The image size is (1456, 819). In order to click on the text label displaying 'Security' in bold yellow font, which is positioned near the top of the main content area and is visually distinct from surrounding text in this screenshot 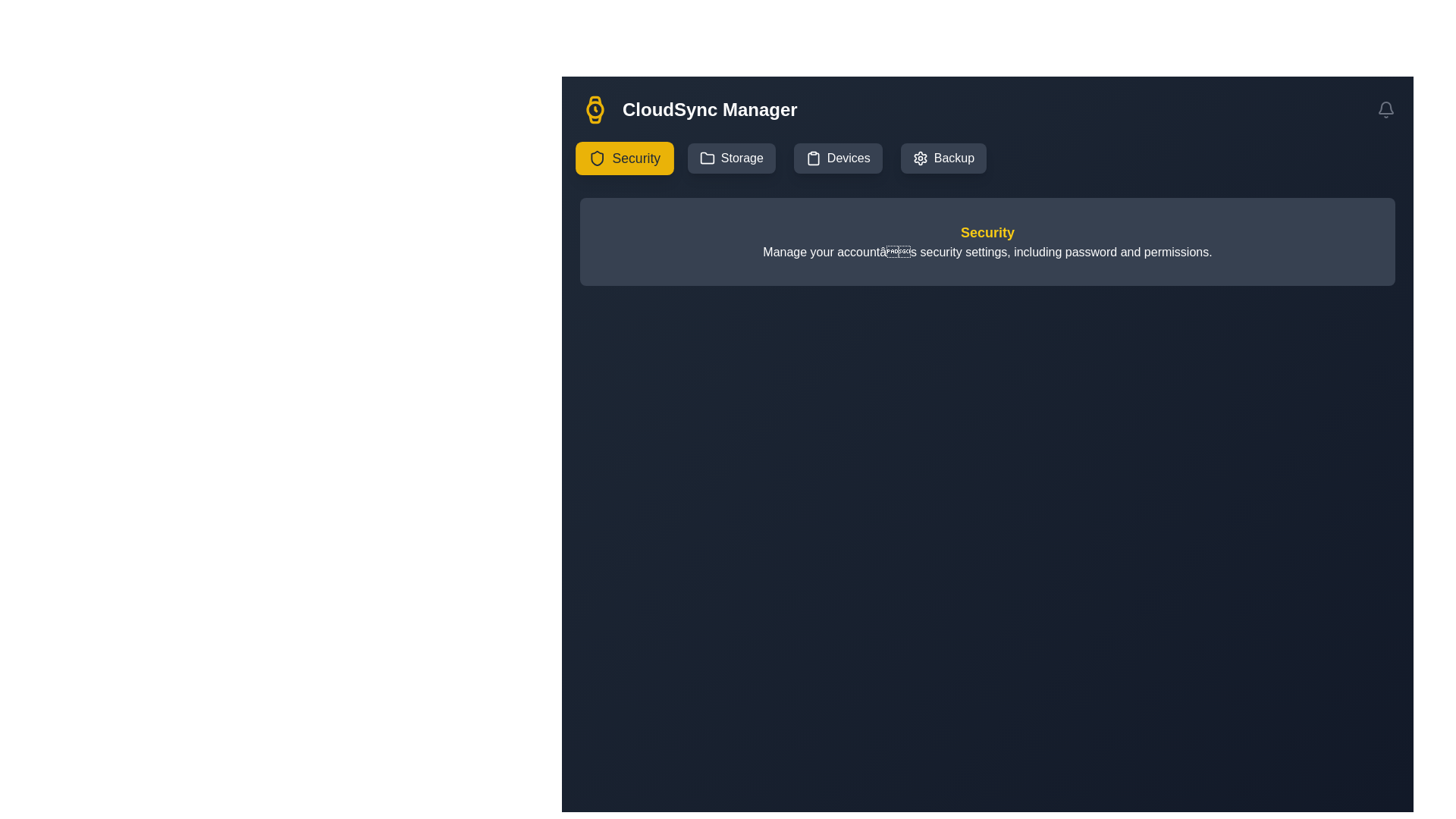, I will do `click(987, 233)`.